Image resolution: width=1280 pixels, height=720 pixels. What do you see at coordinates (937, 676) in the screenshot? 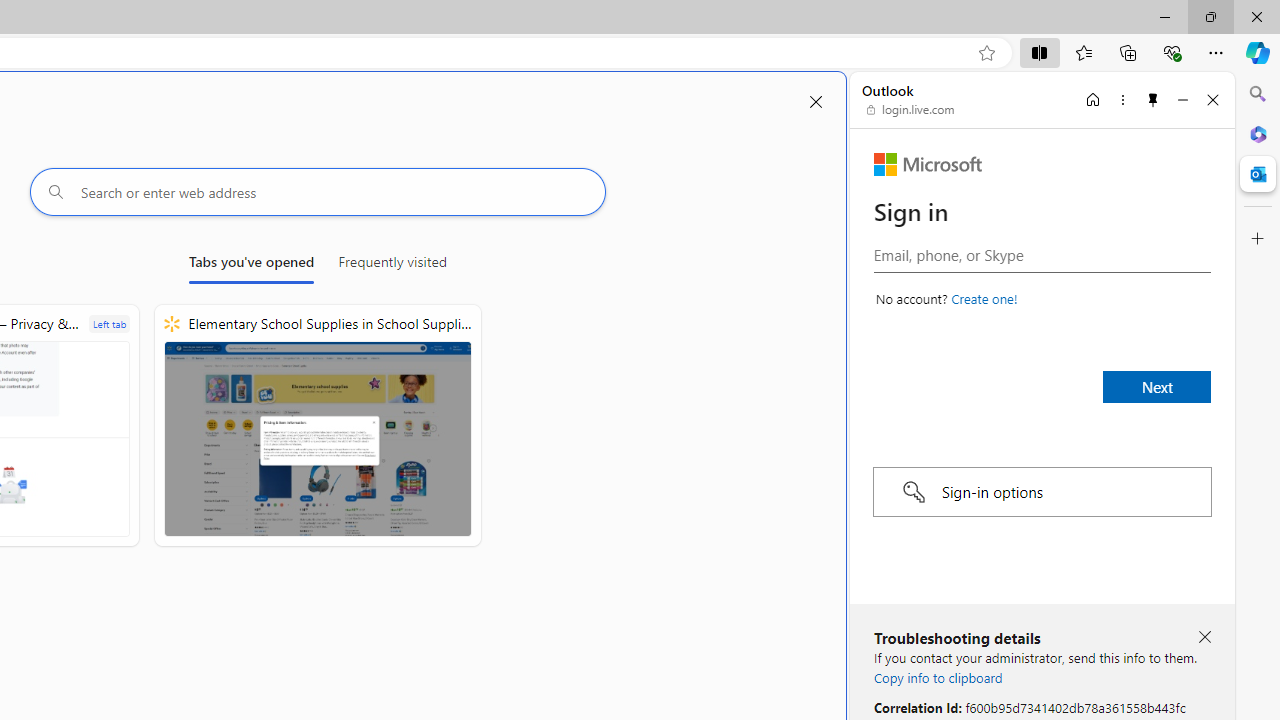
I see `'Copy info to clipboard'` at bounding box center [937, 676].